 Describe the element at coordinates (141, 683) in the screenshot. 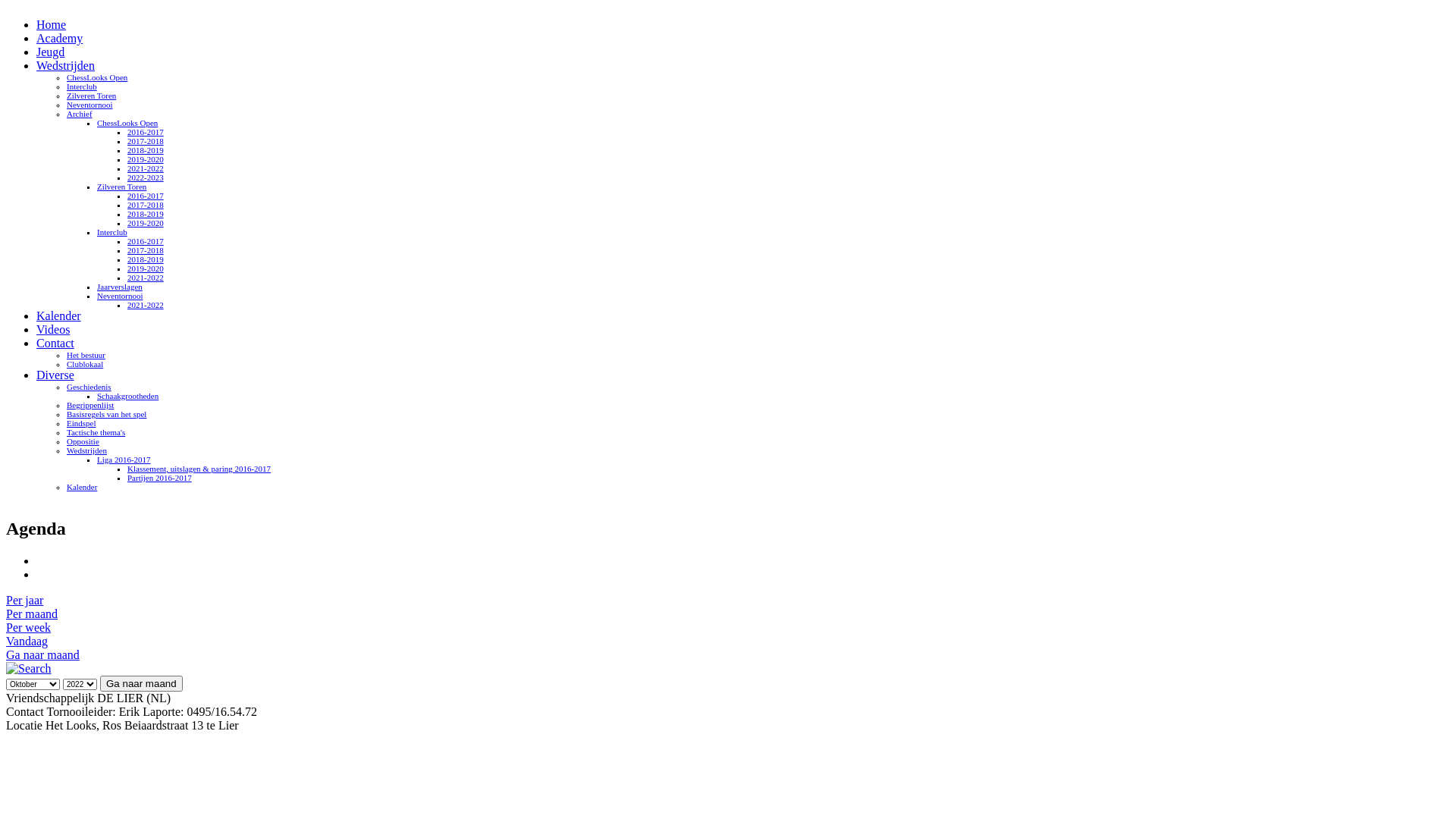

I see `'Ga naar maand'` at that location.